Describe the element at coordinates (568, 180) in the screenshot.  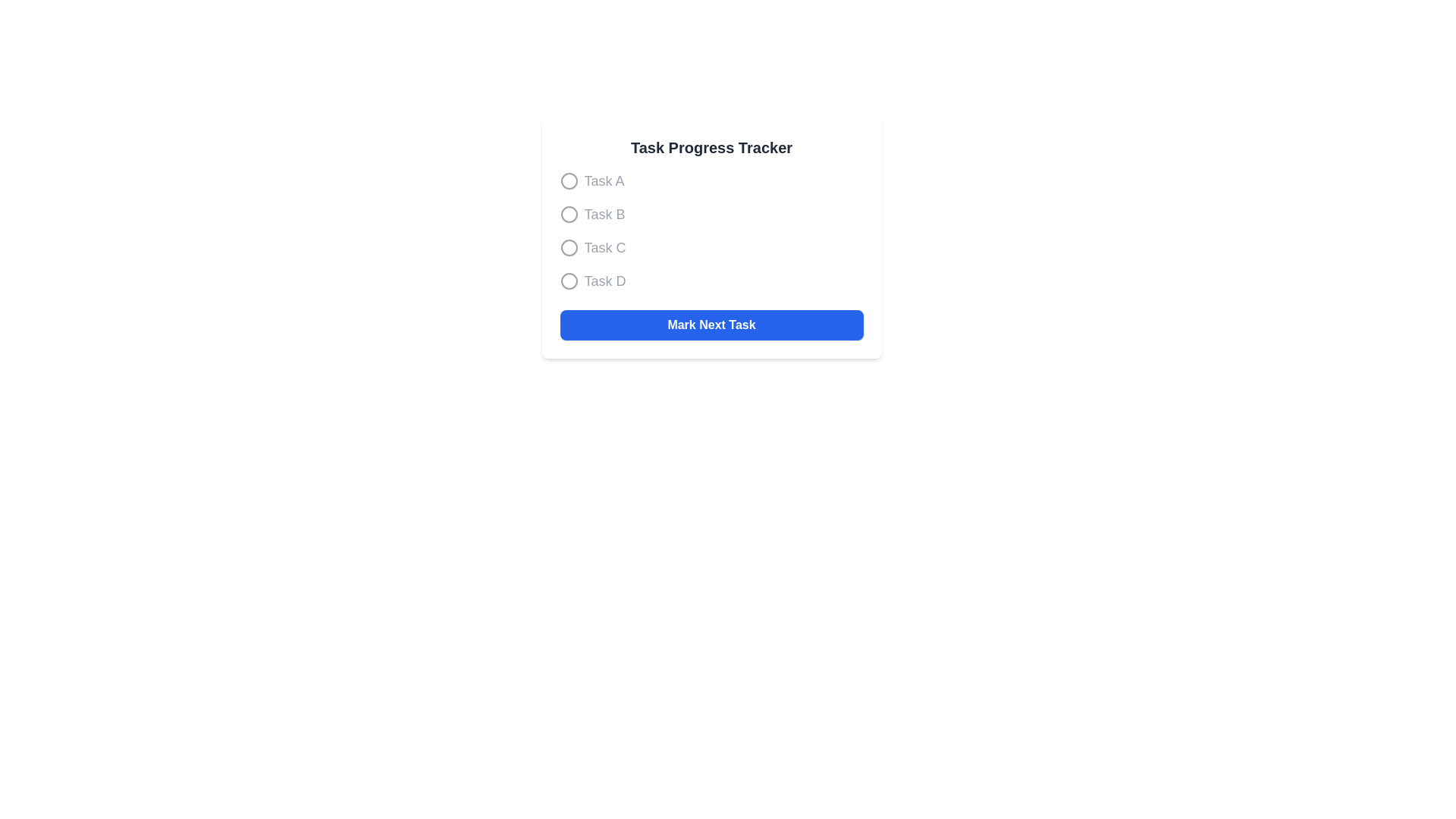
I see `the non-interactive SVG circle element styled as a gray stroke with no fill, located within the 'Task A' item in the task tracker interface` at that location.